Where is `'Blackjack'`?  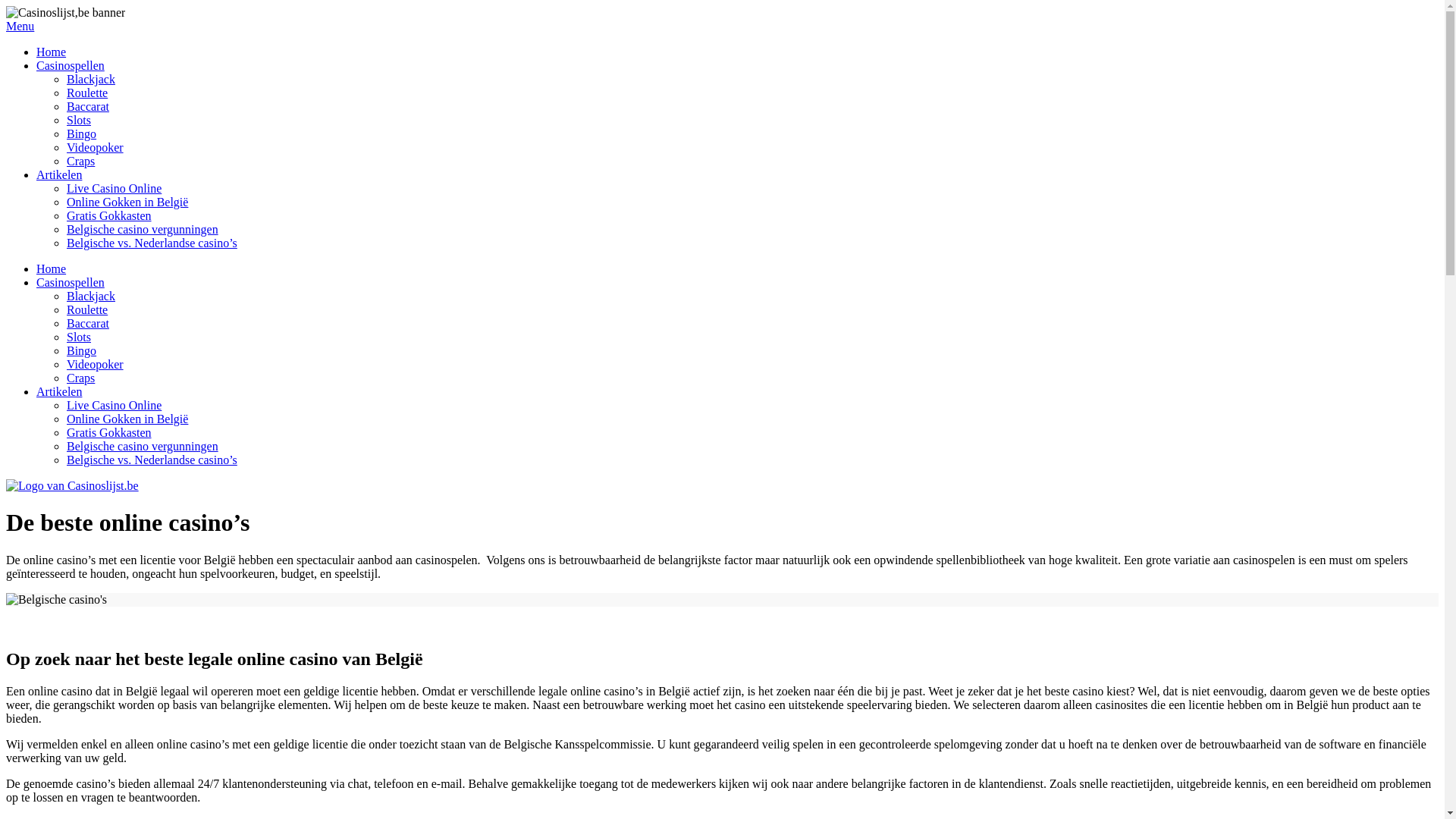
'Blackjack' is located at coordinates (90, 296).